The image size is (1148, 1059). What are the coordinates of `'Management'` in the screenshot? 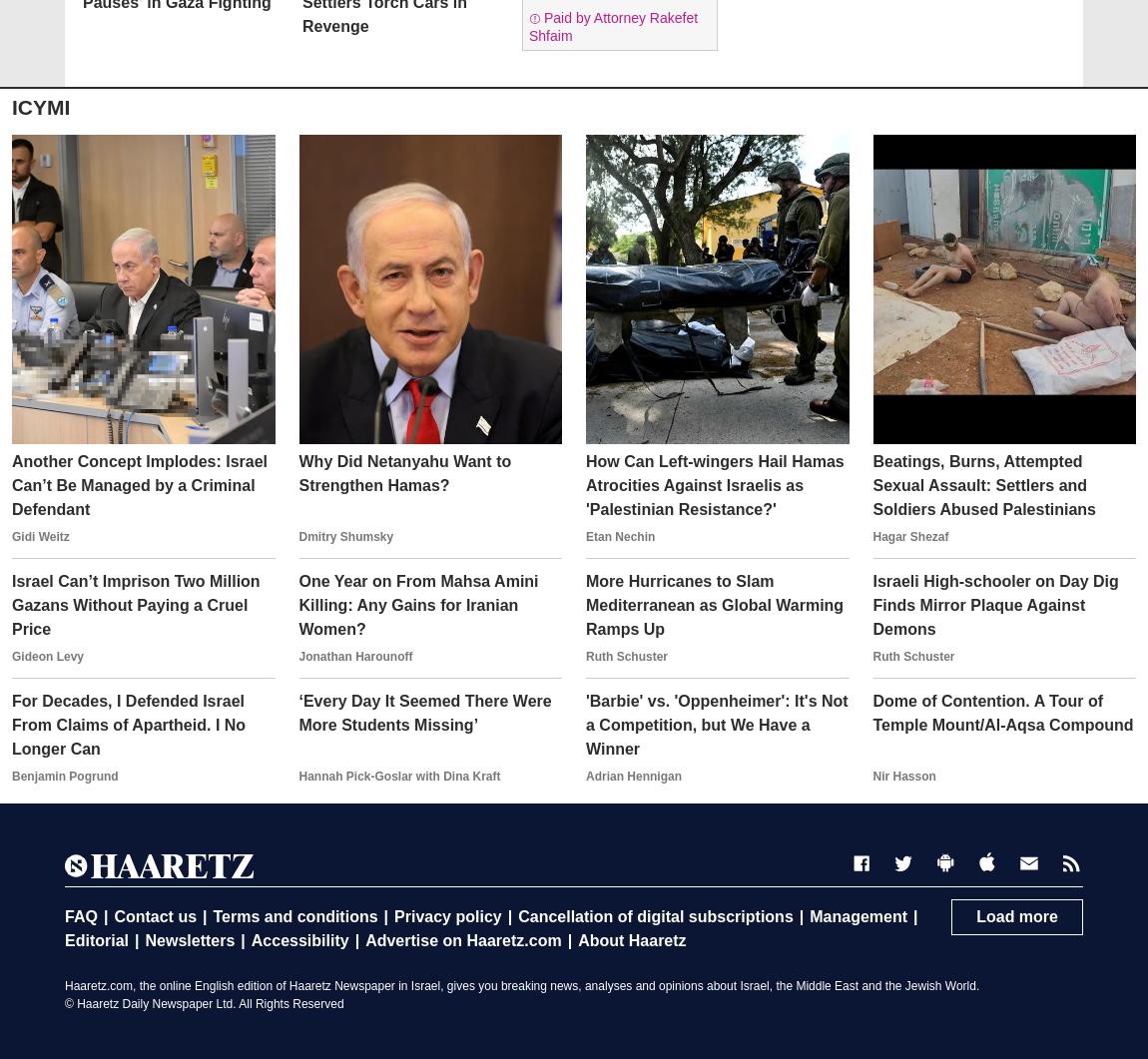 It's located at (808, 915).